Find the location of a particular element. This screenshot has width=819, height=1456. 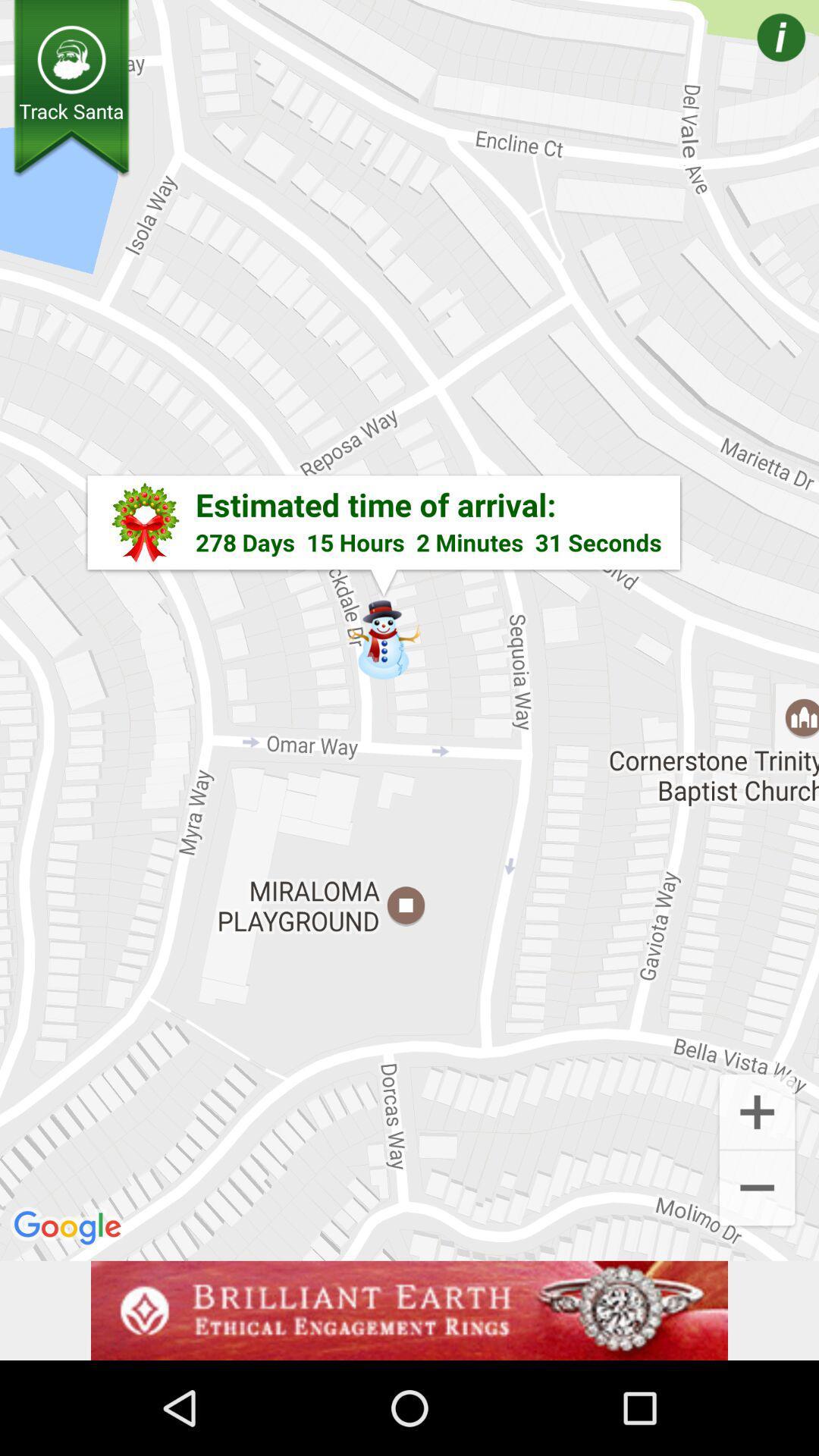

advertisement link is located at coordinates (409, 1310).